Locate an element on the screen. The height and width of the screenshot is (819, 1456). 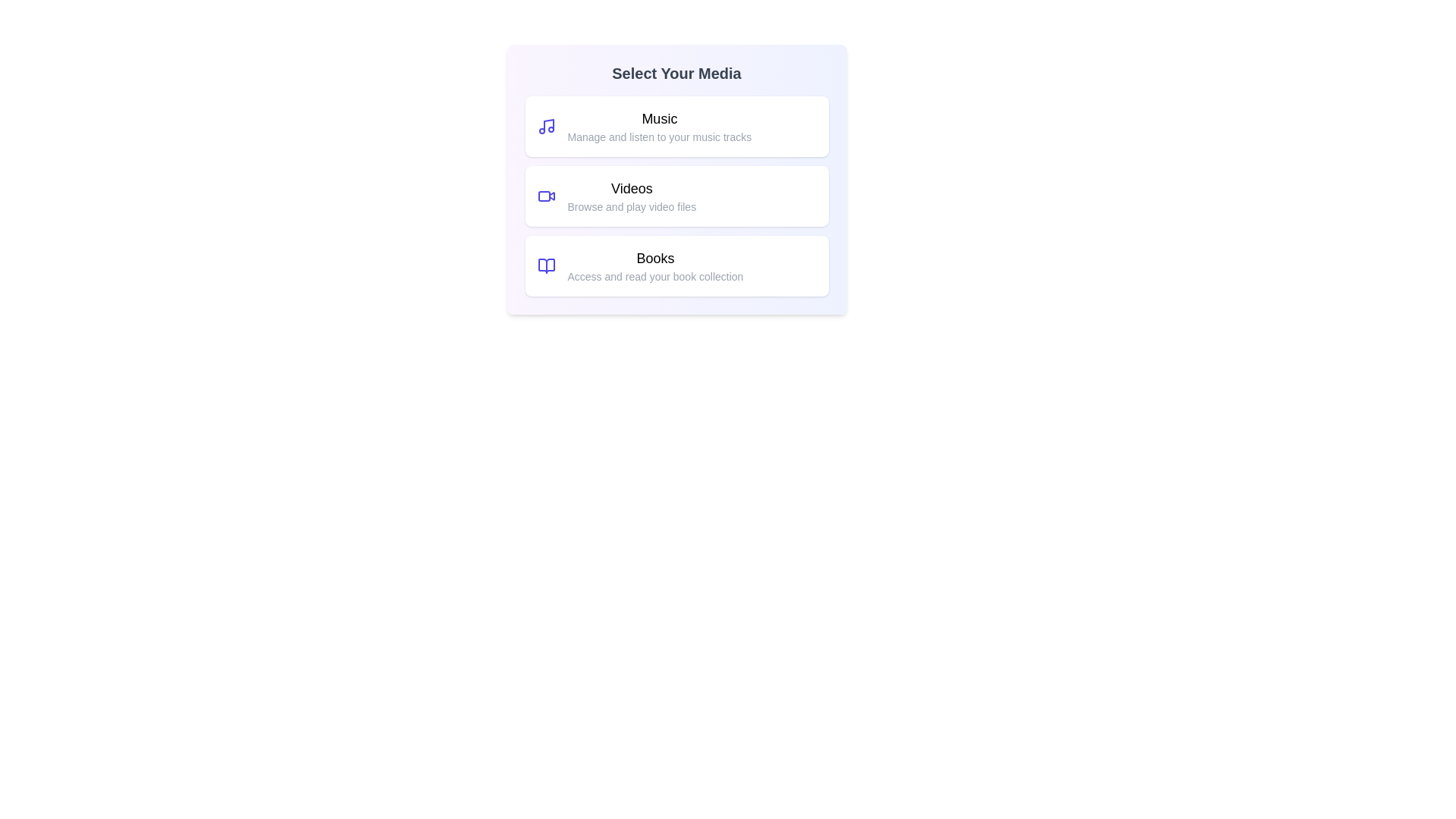
the Videos card to select it is located at coordinates (676, 195).